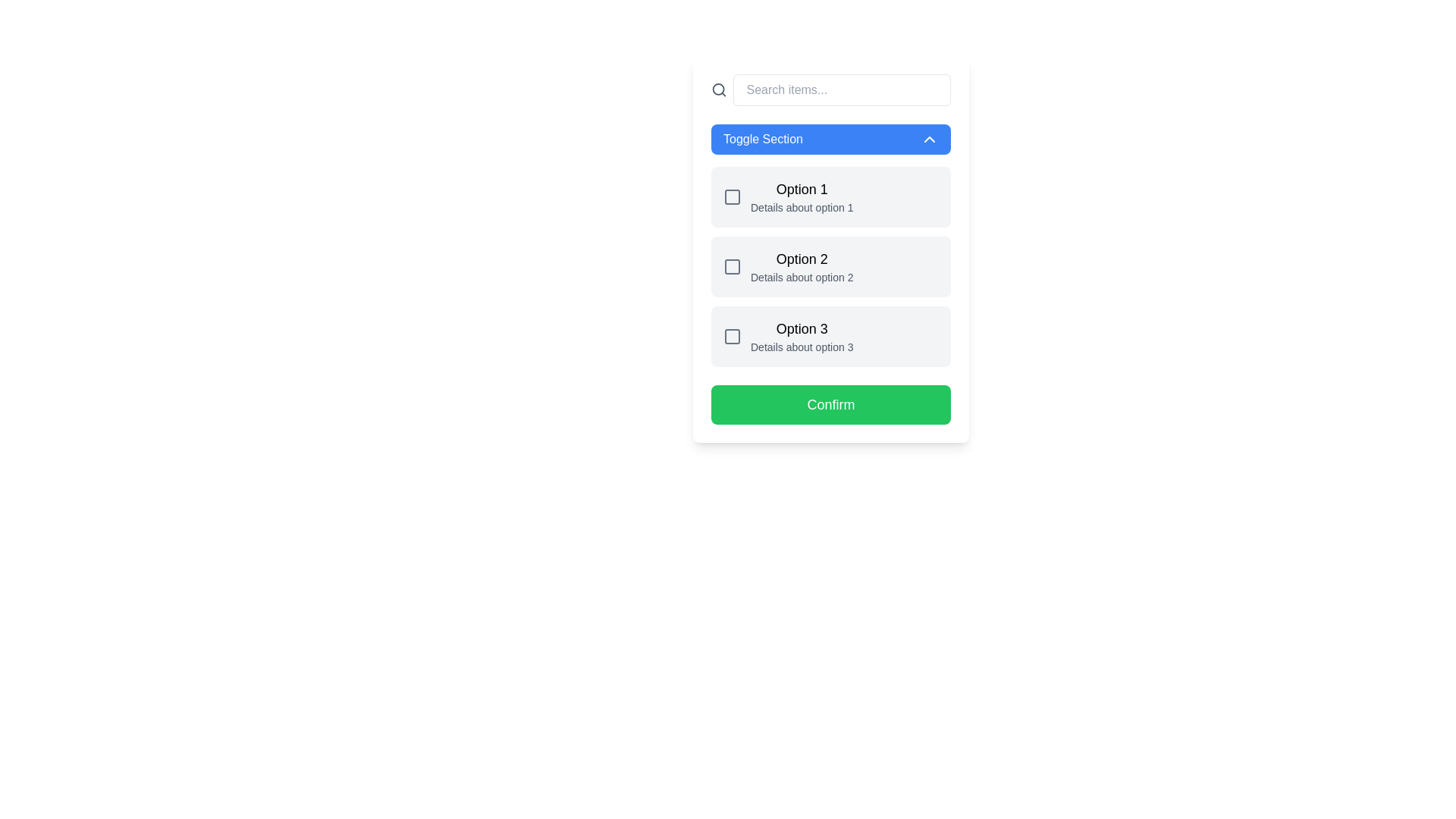 This screenshot has width=1456, height=819. What do you see at coordinates (788, 335) in the screenshot?
I see `the checkbox labeled 'Option 3' which includes a descriptive text 'Details about option 3'` at bounding box center [788, 335].